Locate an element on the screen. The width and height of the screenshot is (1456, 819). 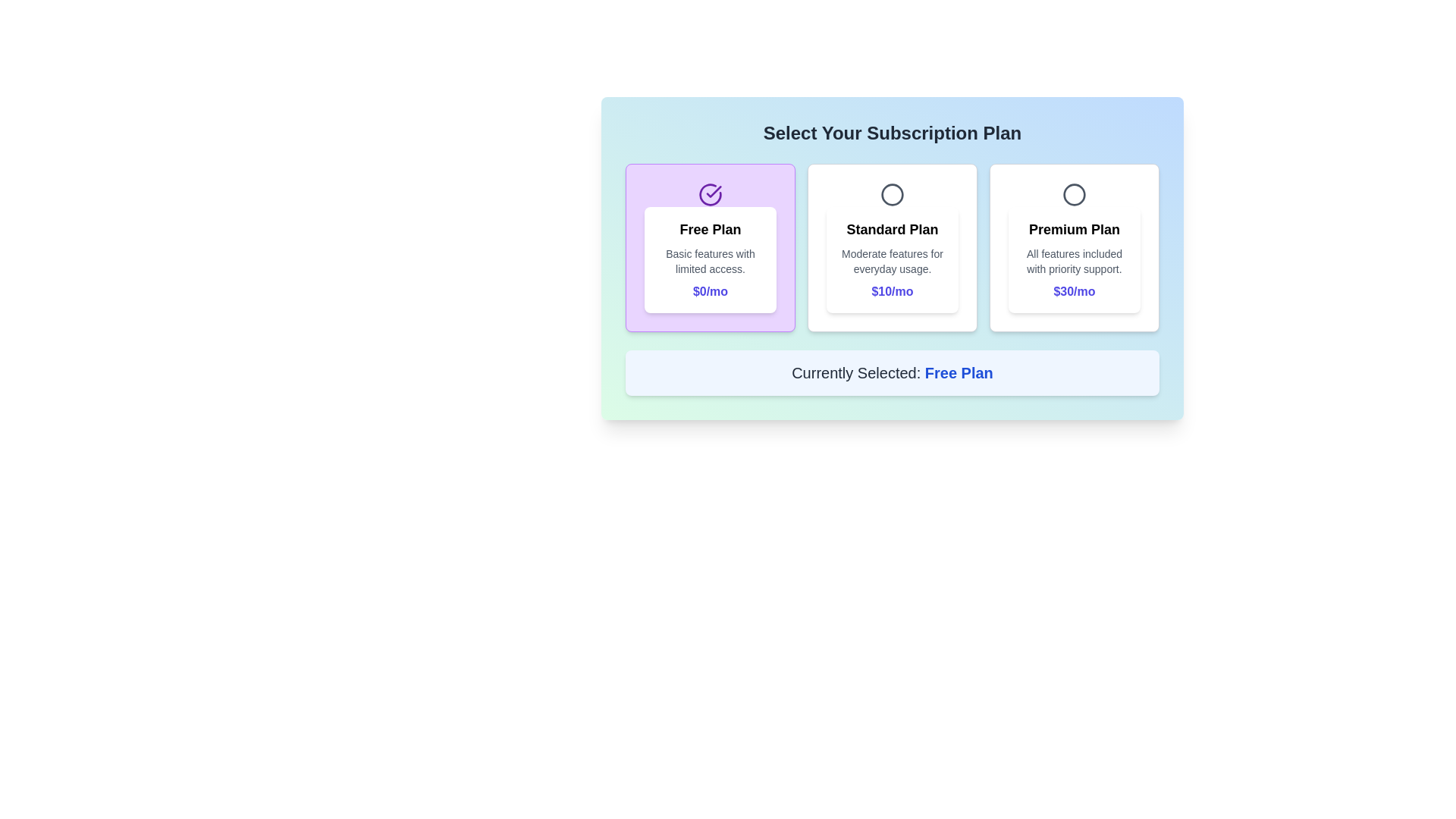
the circular selection indicator located at the top right corner of the 'Standard Plan' card, which has a gray stroke outline and no fill, indicating an inactive status is located at coordinates (892, 194).